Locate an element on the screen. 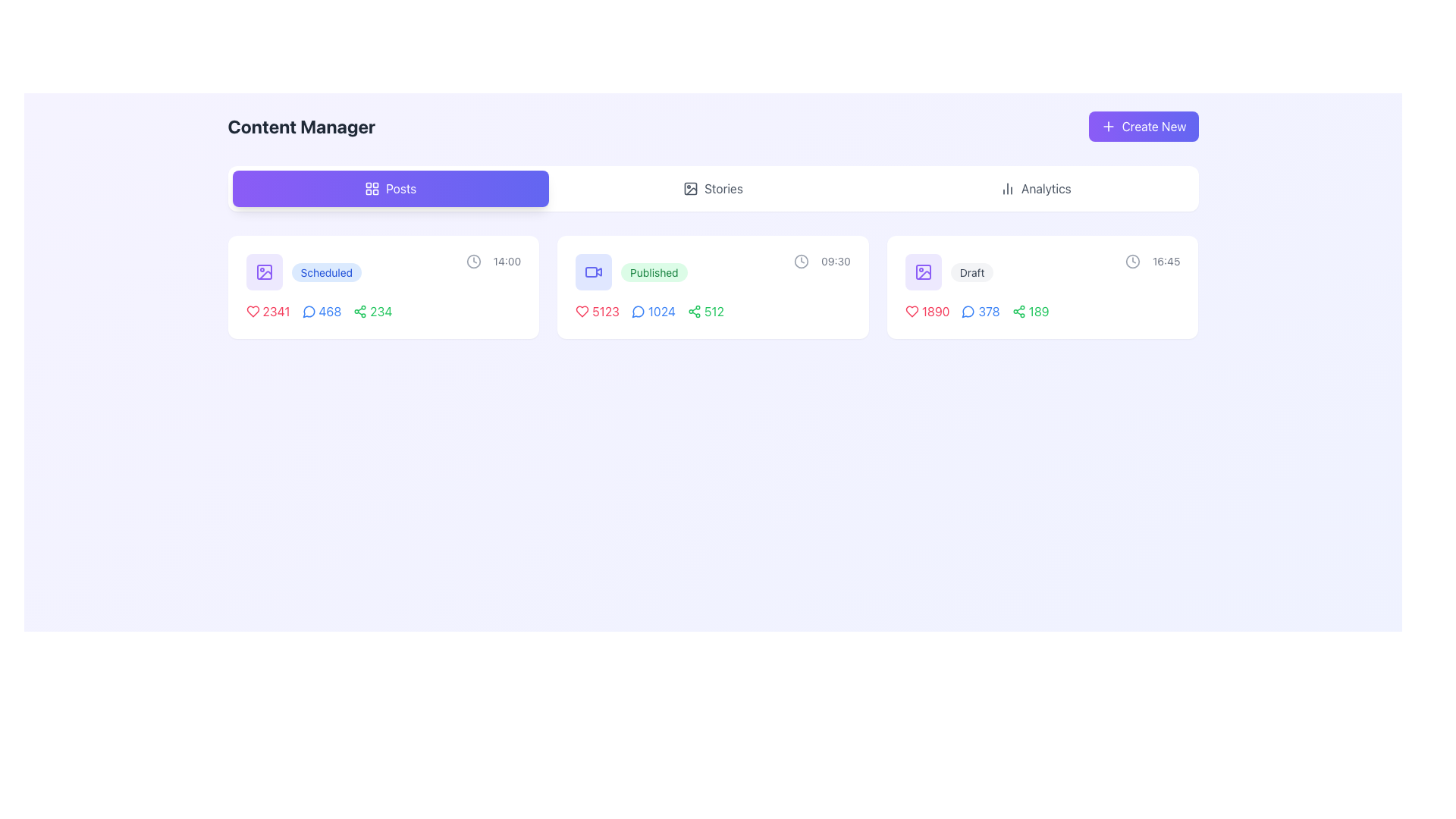 This screenshot has height=819, width=1456. the light blue pill-shaped label with the text 'Scheduled' in bold blue font, located next to an image icon in the leftmost white card under the 'Posts' tab in the Content Manager interface is located at coordinates (303, 271).